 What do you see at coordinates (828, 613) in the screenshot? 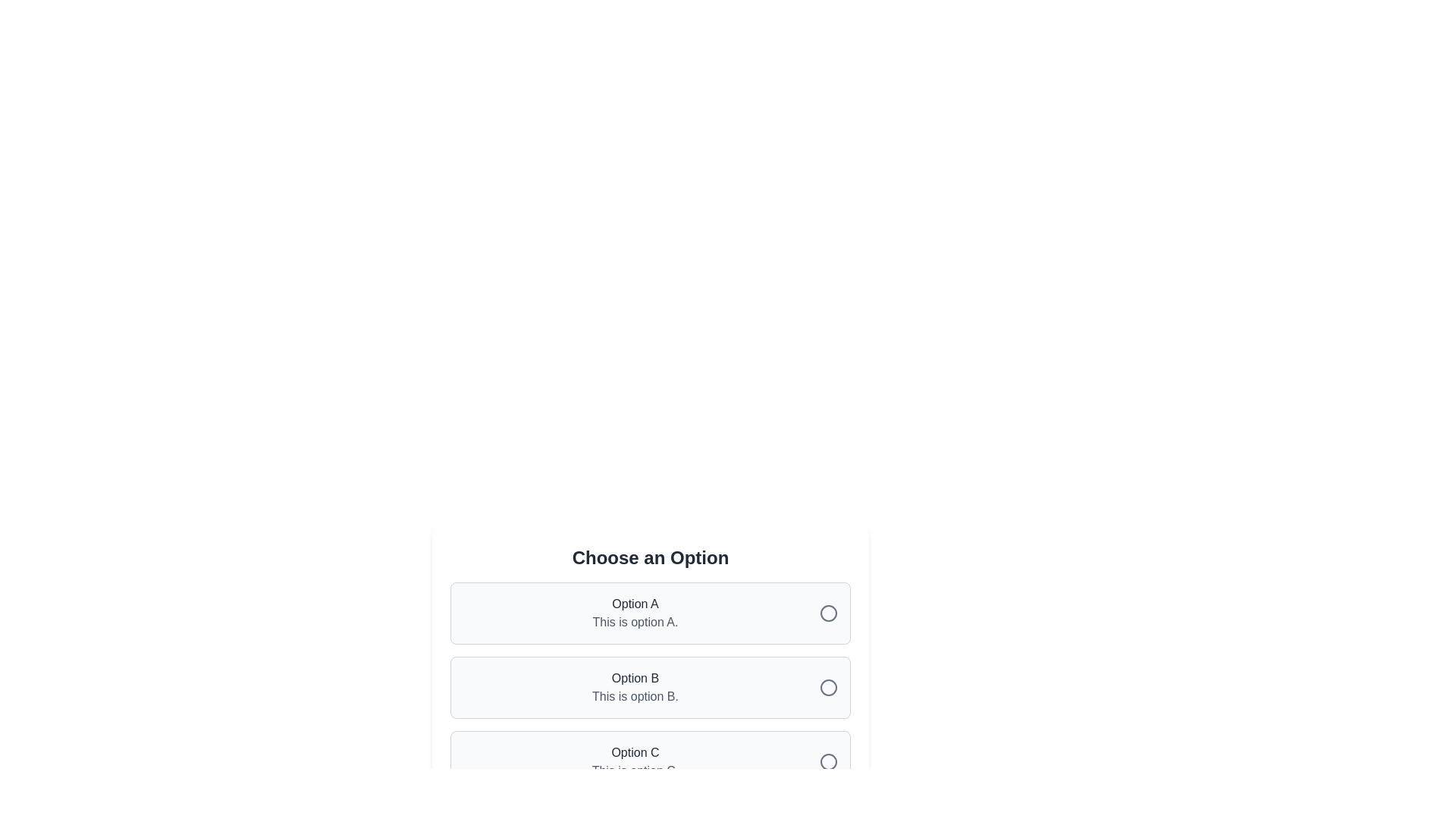
I see `the icon located in the top-right corner of the block labeled 'Option A', which indicates a selection or state for 'Option A'` at bounding box center [828, 613].